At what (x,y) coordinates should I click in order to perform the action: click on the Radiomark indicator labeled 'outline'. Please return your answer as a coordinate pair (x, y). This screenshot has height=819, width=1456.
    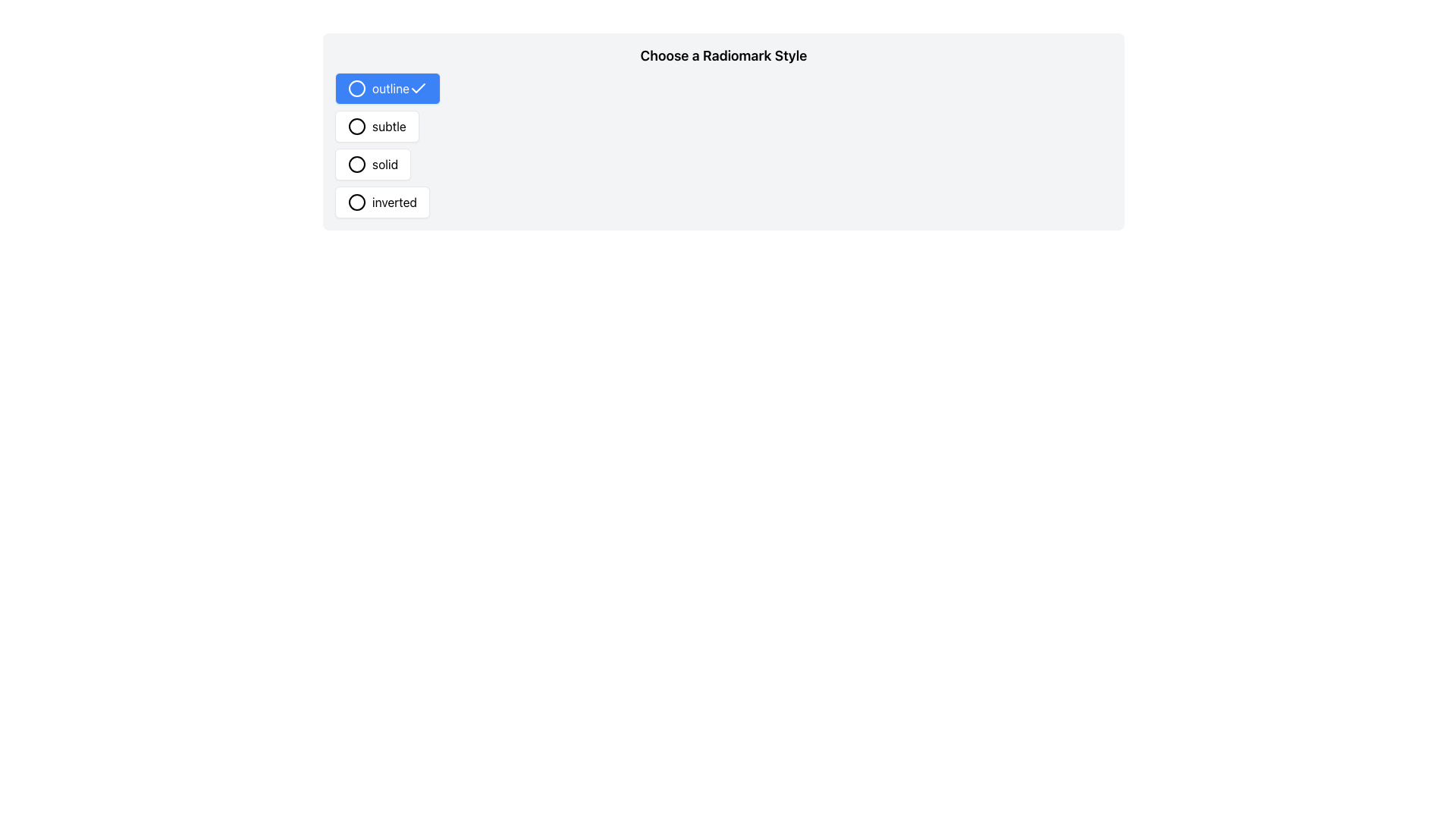
    Looking at the image, I should click on (356, 88).